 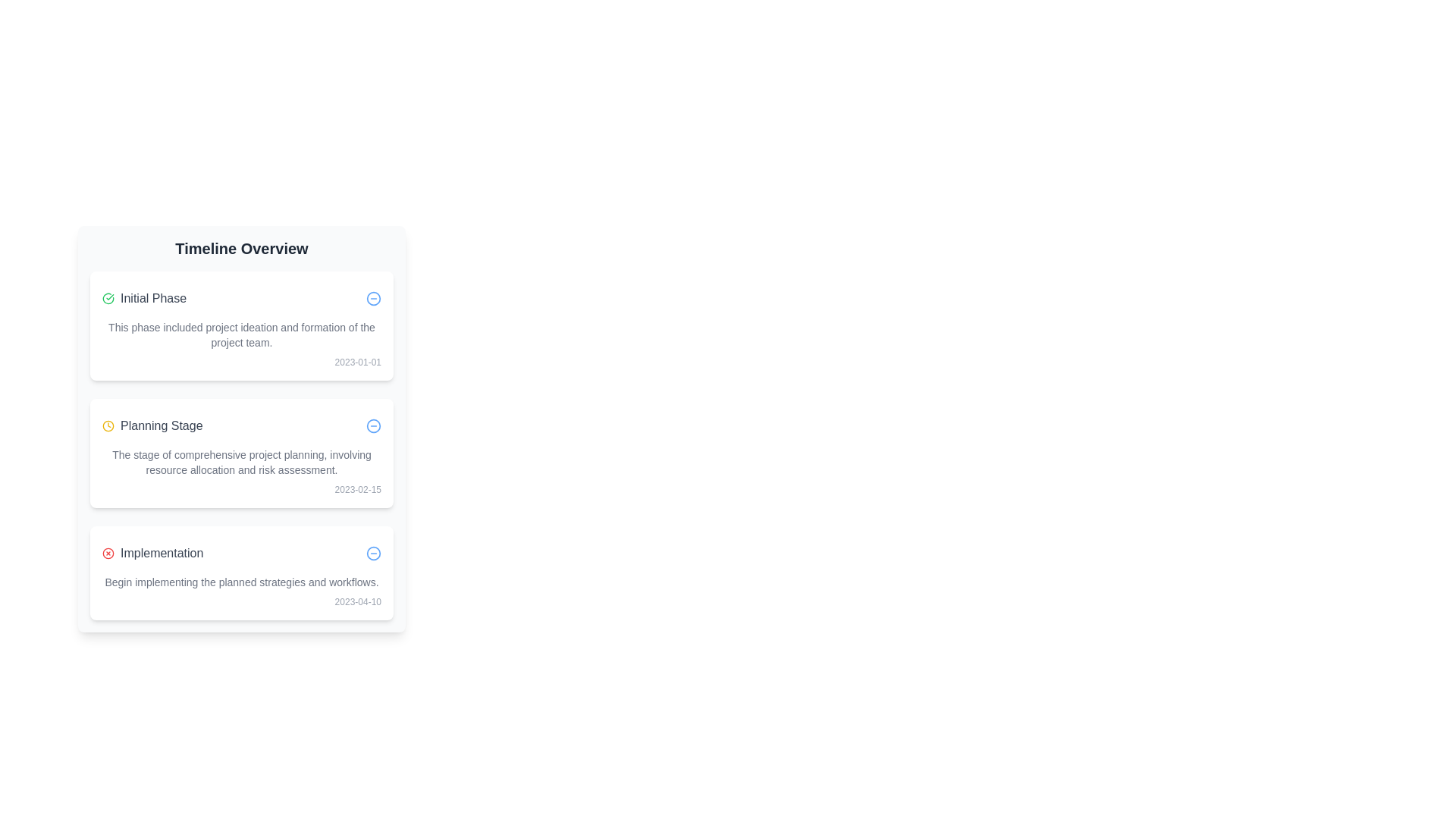 I want to click on the 'Implementation' text label with an icon, which indicates the beginning of the implementation processes in the vertical timeline layout, so click(x=152, y=553).